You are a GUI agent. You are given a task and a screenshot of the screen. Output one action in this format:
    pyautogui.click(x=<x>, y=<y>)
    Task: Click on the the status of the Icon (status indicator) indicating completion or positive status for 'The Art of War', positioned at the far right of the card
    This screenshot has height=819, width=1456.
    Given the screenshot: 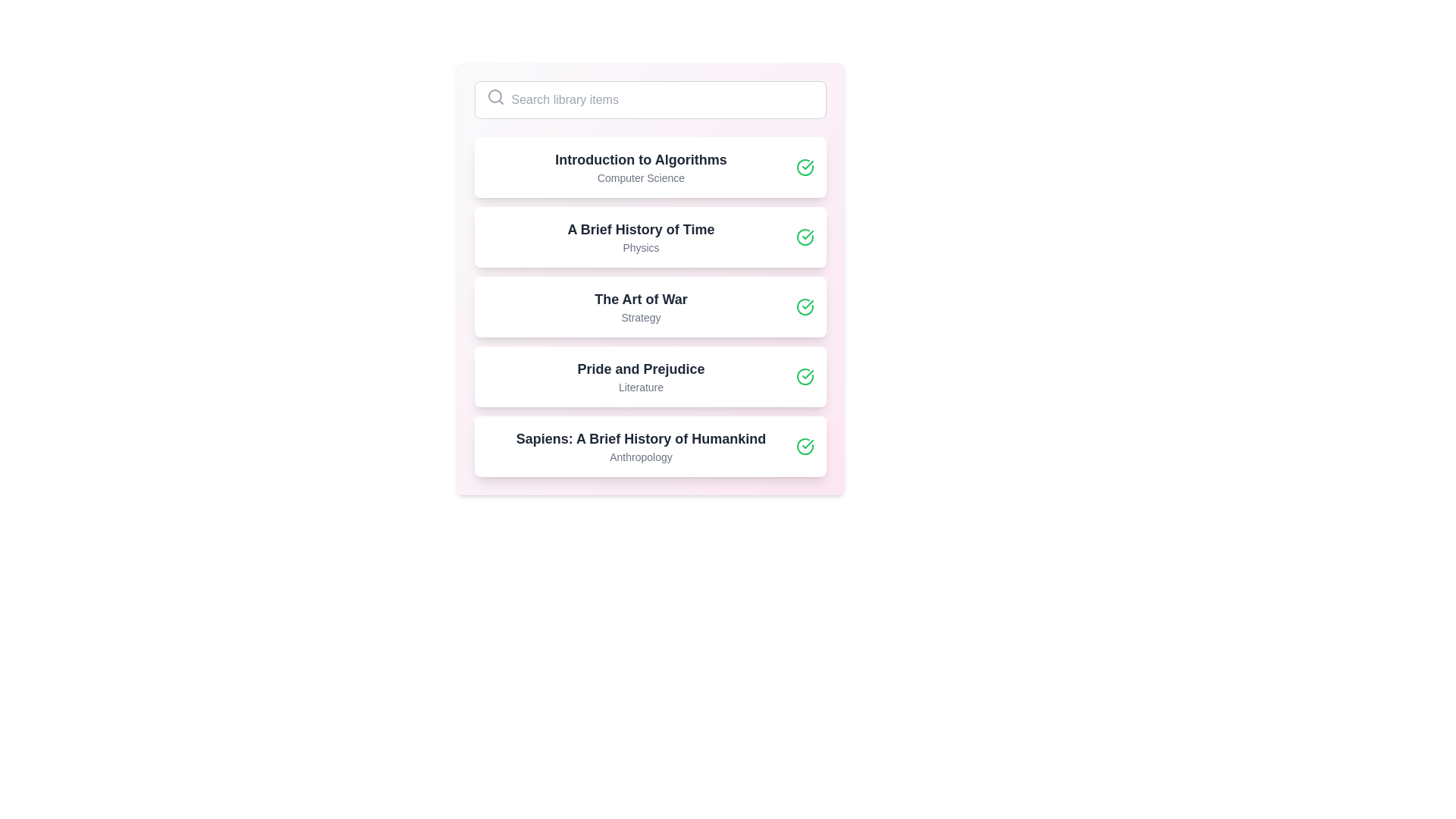 What is the action you would take?
    pyautogui.click(x=804, y=307)
    